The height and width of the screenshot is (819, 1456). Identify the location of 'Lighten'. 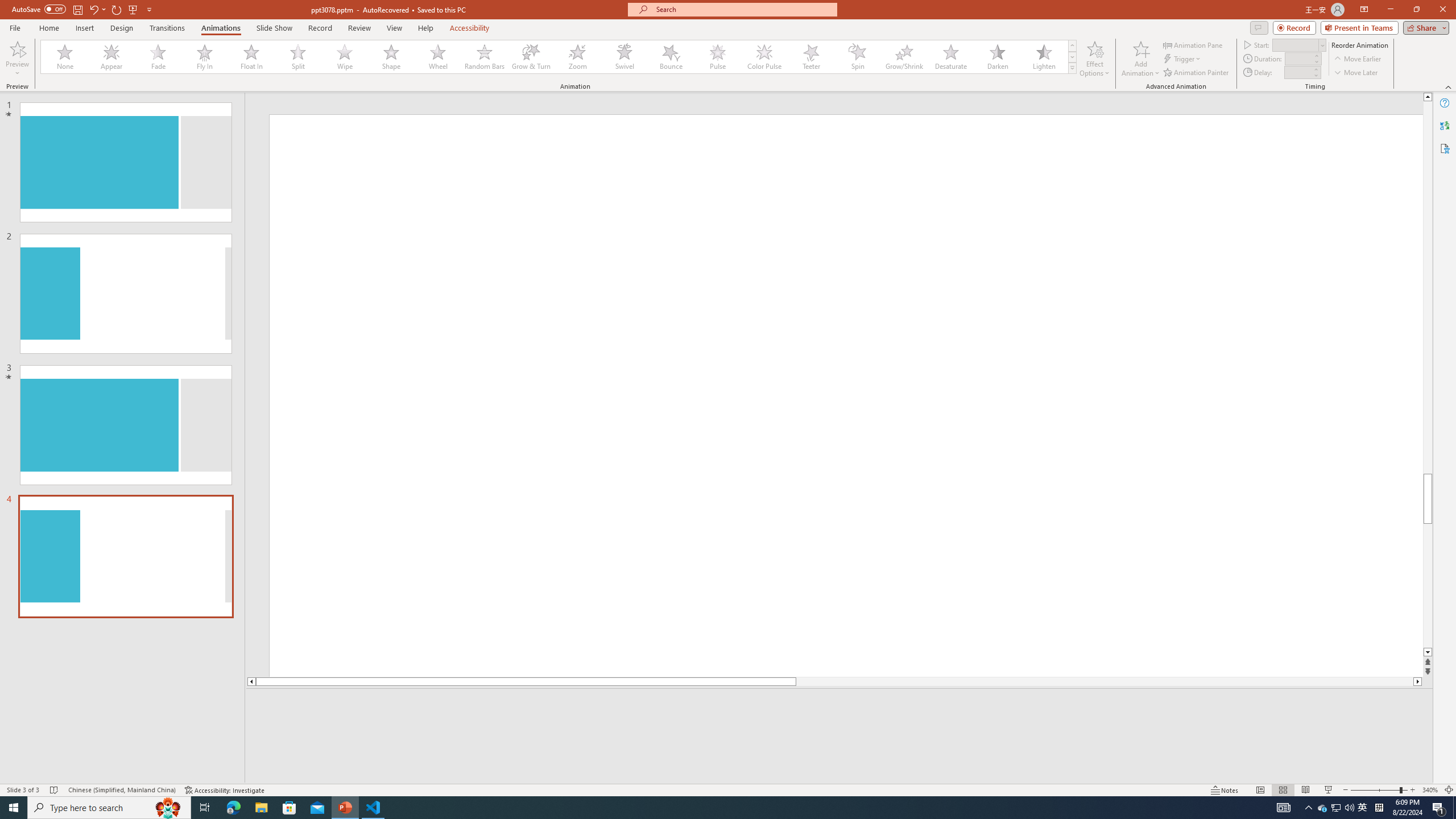
(1043, 56).